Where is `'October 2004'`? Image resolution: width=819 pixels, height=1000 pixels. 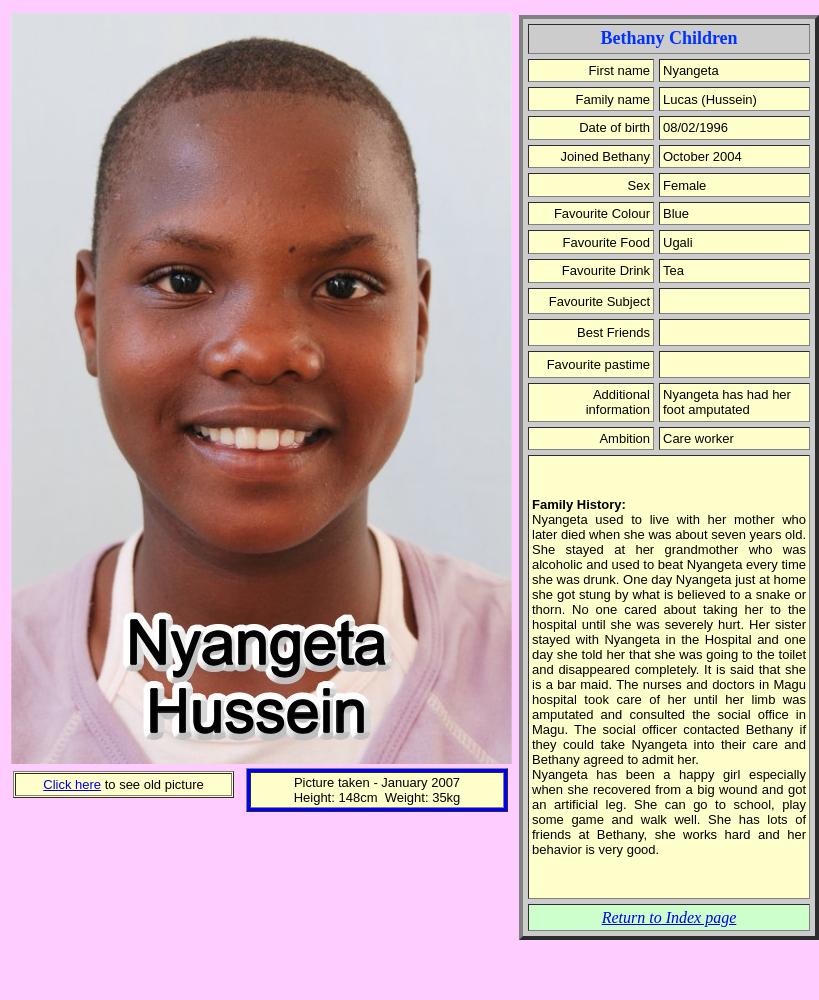 'October 2004' is located at coordinates (662, 155).